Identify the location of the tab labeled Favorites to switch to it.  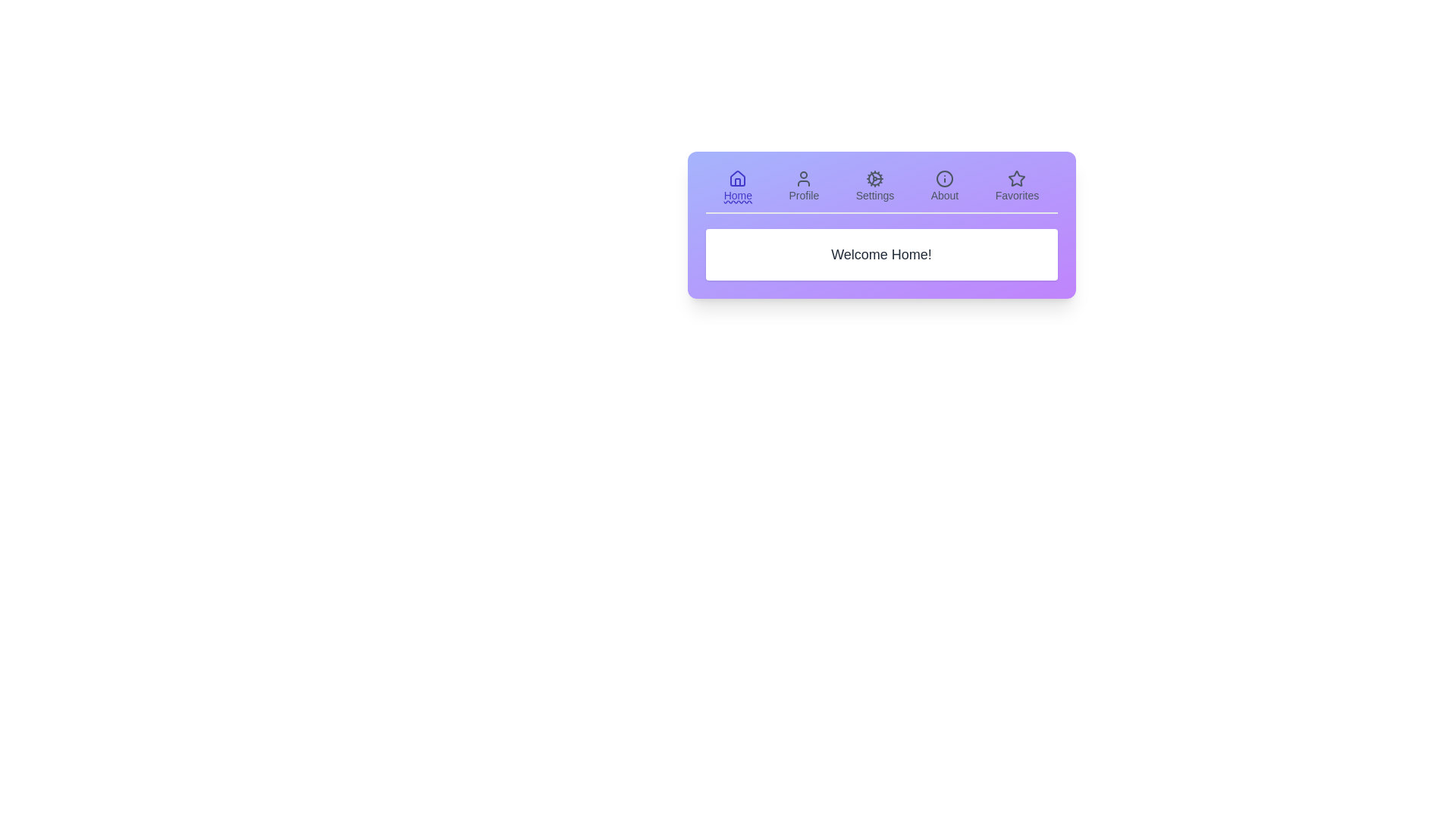
(1016, 186).